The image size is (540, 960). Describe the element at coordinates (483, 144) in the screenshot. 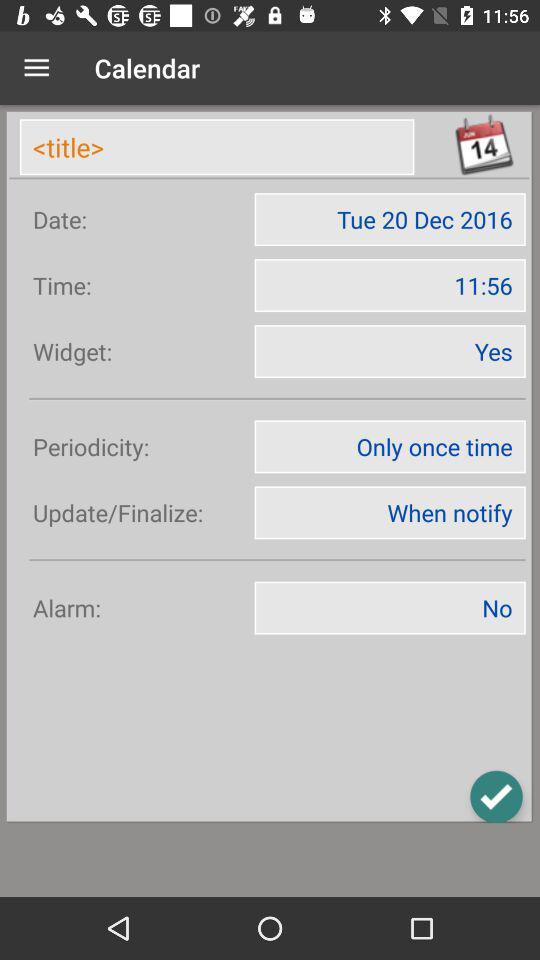

I see `the date_range icon` at that location.